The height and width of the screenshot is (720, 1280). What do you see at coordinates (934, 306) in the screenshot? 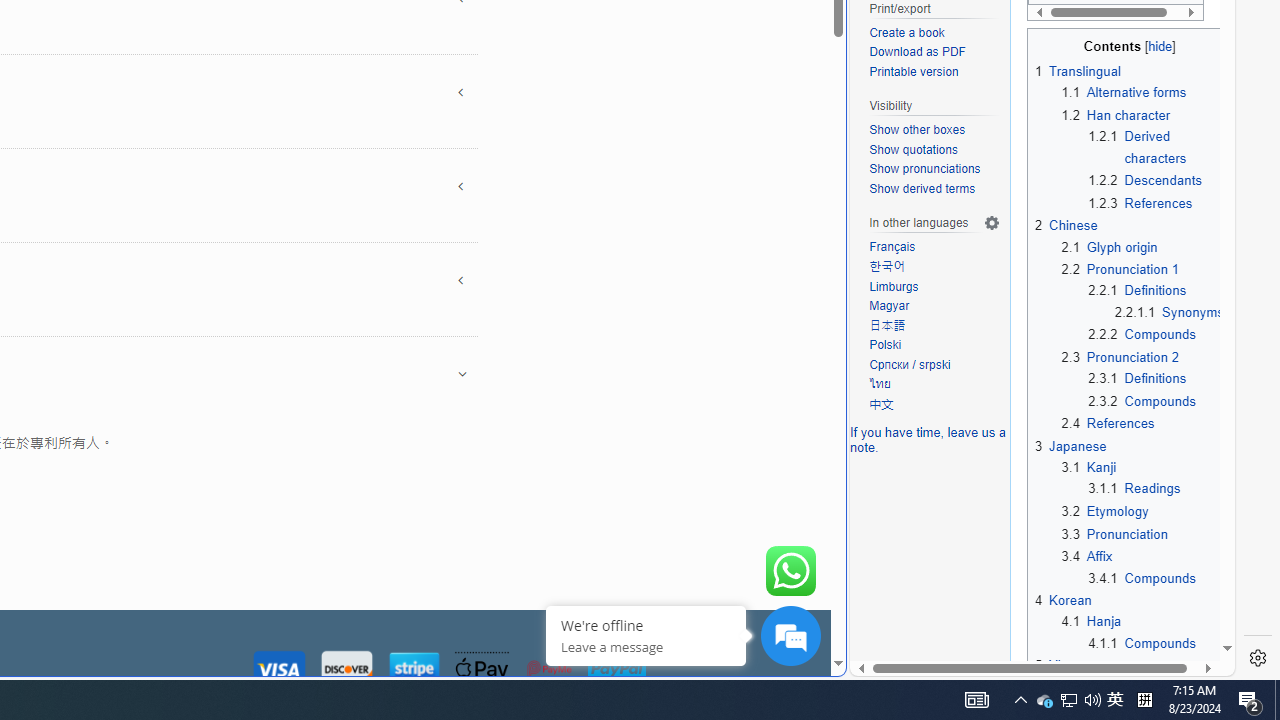
I see `'Magyar'` at bounding box center [934, 306].